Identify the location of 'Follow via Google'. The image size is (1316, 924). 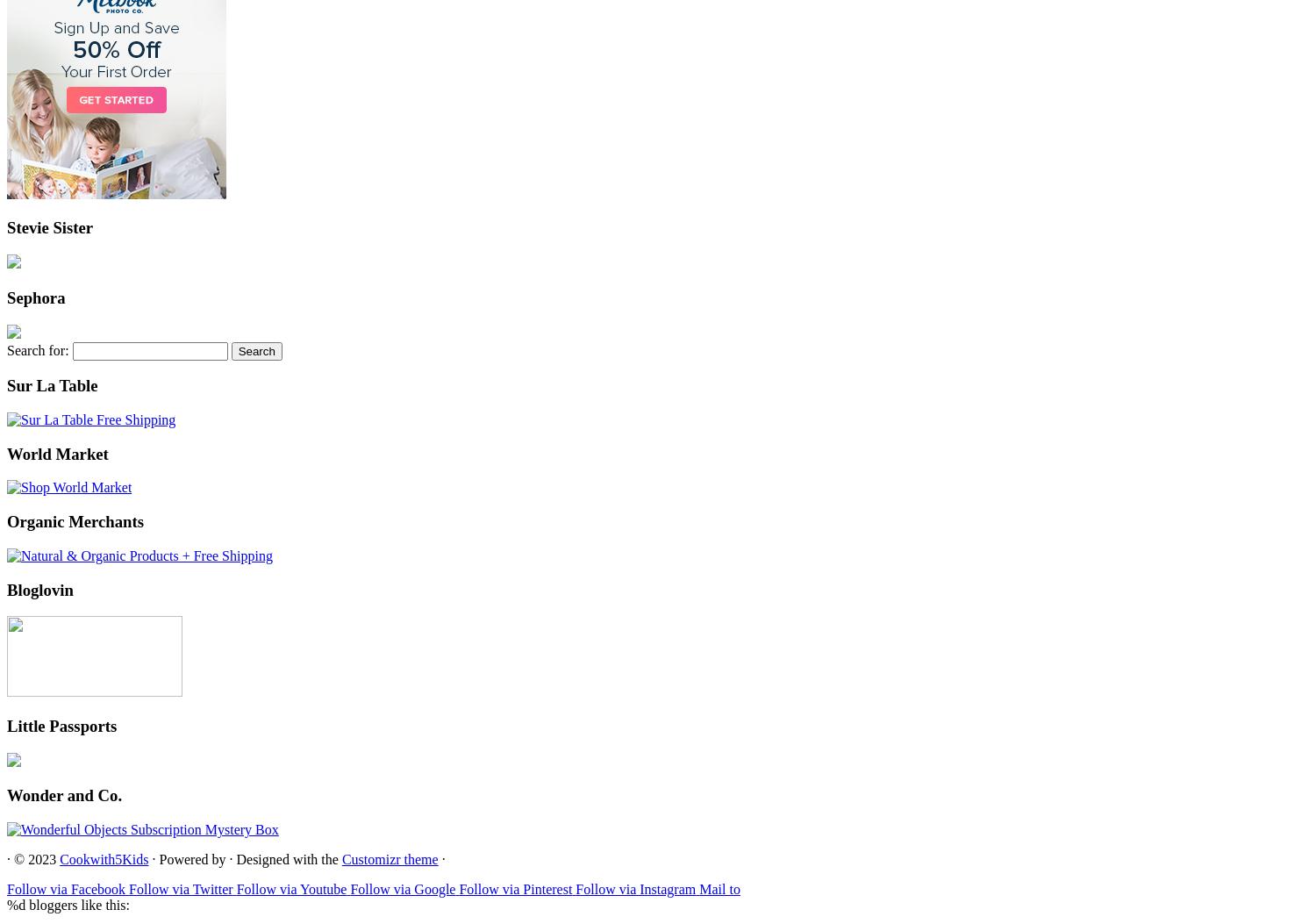
(402, 888).